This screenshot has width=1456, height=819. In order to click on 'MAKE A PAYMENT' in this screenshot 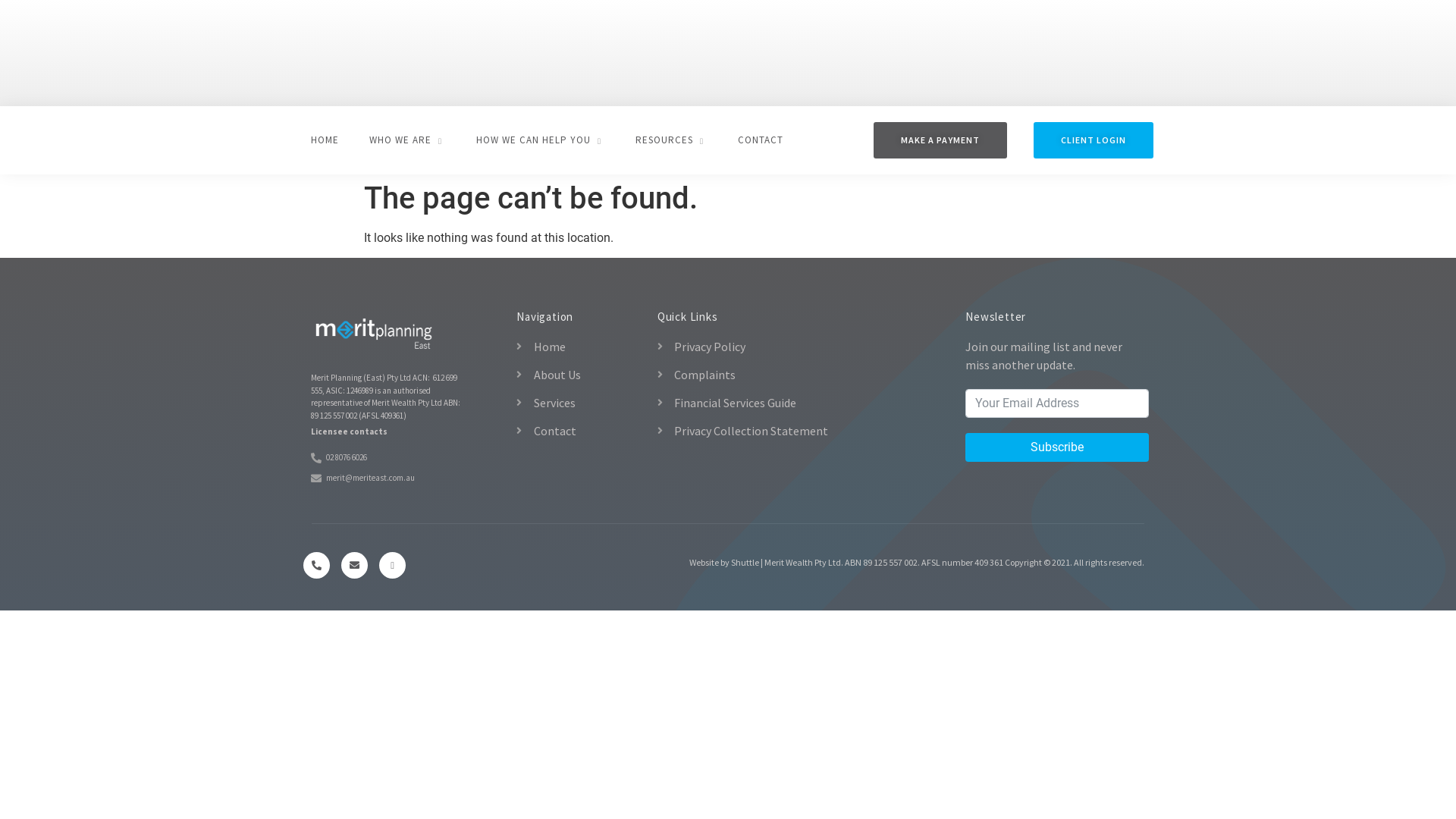, I will do `click(874, 140)`.